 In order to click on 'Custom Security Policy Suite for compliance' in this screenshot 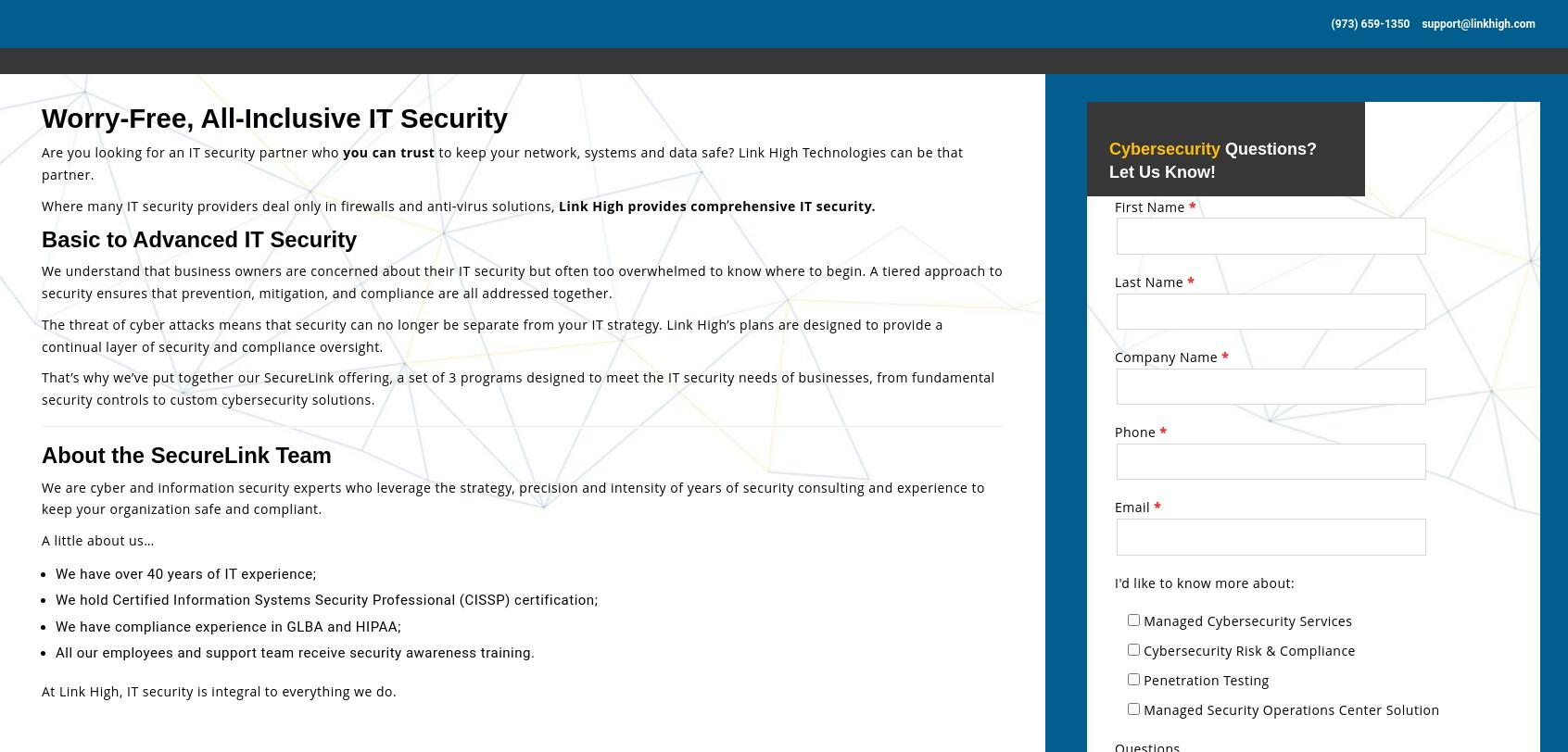, I will do `click(1331, 713)`.